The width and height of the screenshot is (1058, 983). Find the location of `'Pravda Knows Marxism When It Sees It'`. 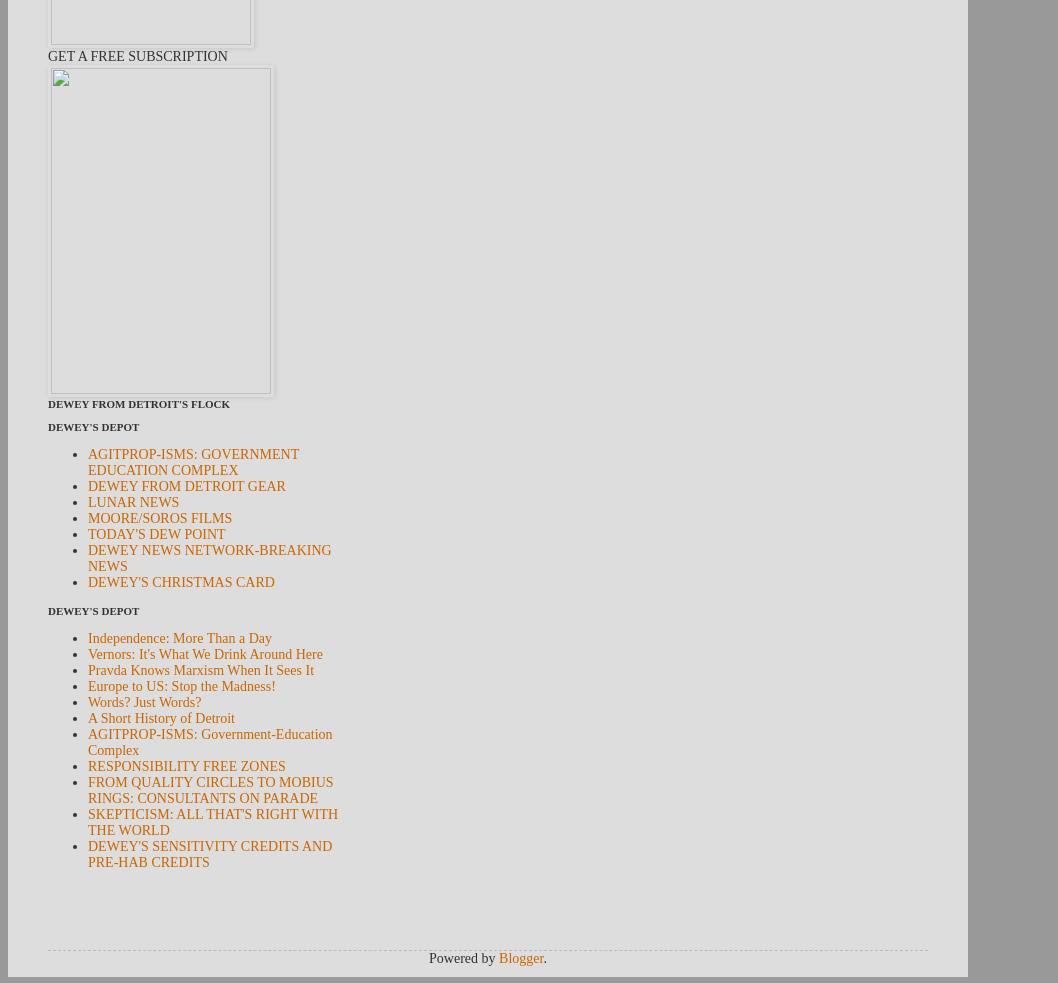

'Pravda Knows Marxism When It Sees It' is located at coordinates (201, 669).